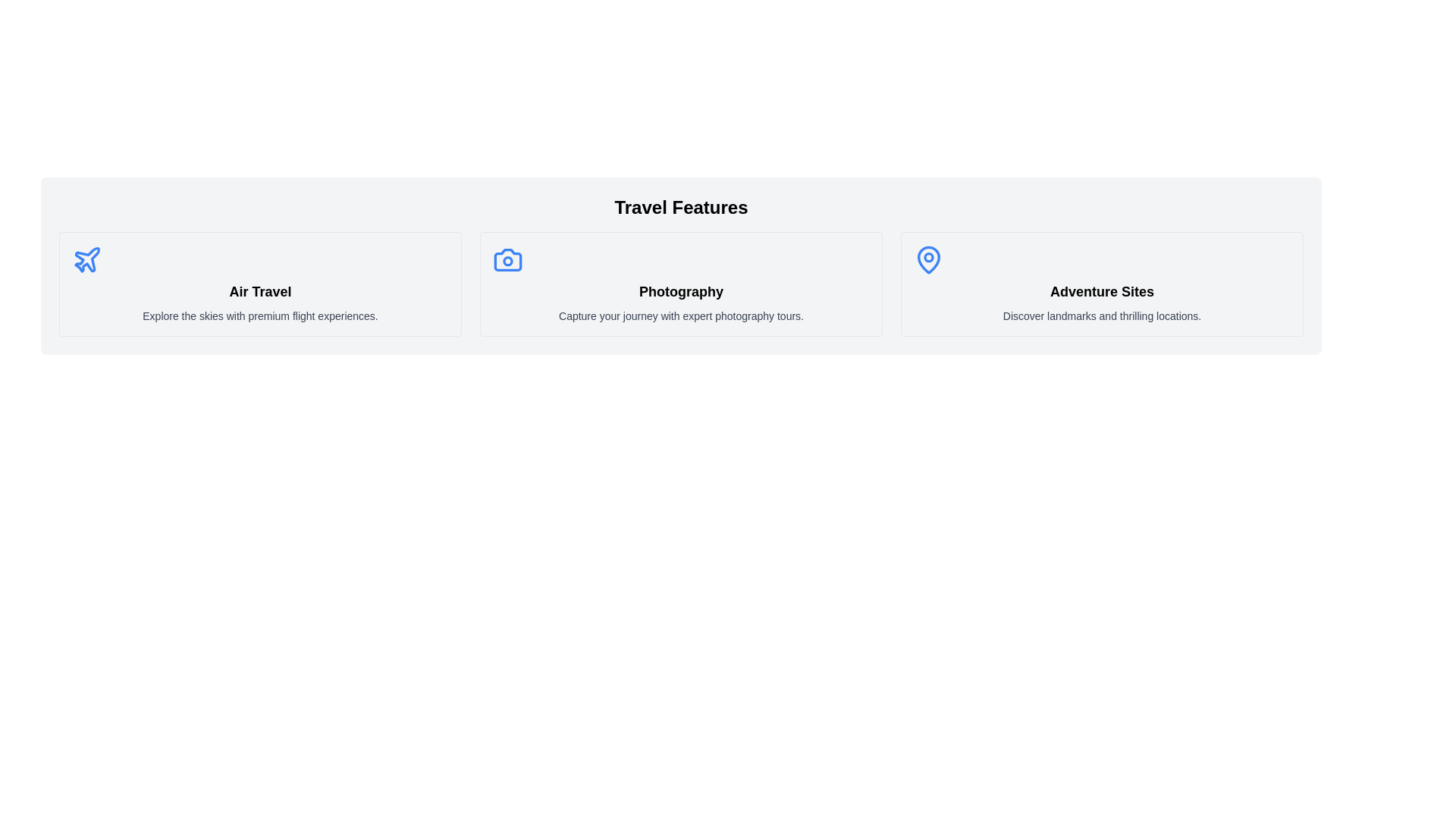 The height and width of the screenshot is (819, 1456). I want to click on the leftmost clickable card in the 'Travel Features' section, so click(260, 284).